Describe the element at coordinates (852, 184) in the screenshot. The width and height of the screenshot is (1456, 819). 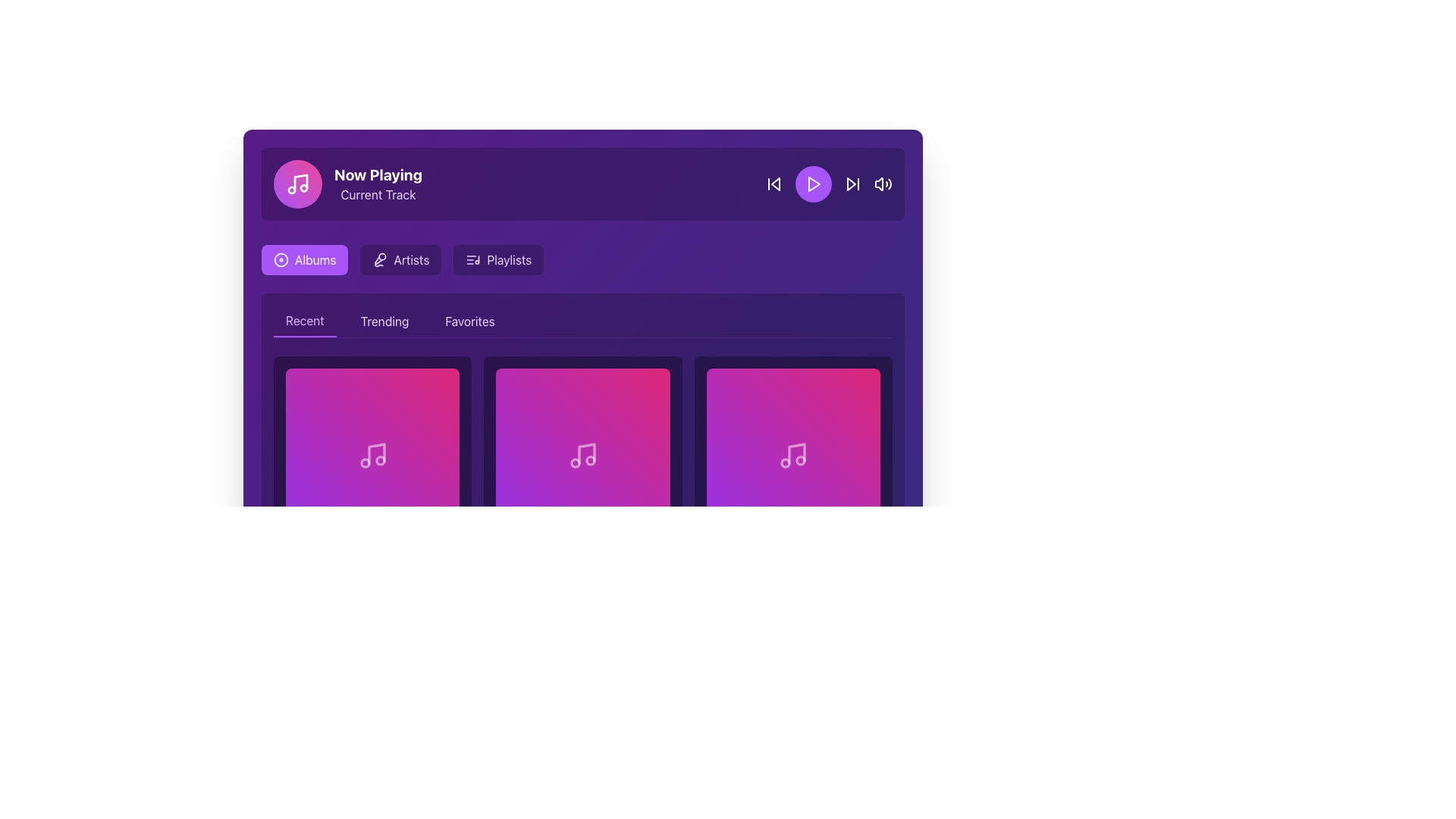
I see `the 'skip forward' button located in the top-right corner of the control bar` at that location.